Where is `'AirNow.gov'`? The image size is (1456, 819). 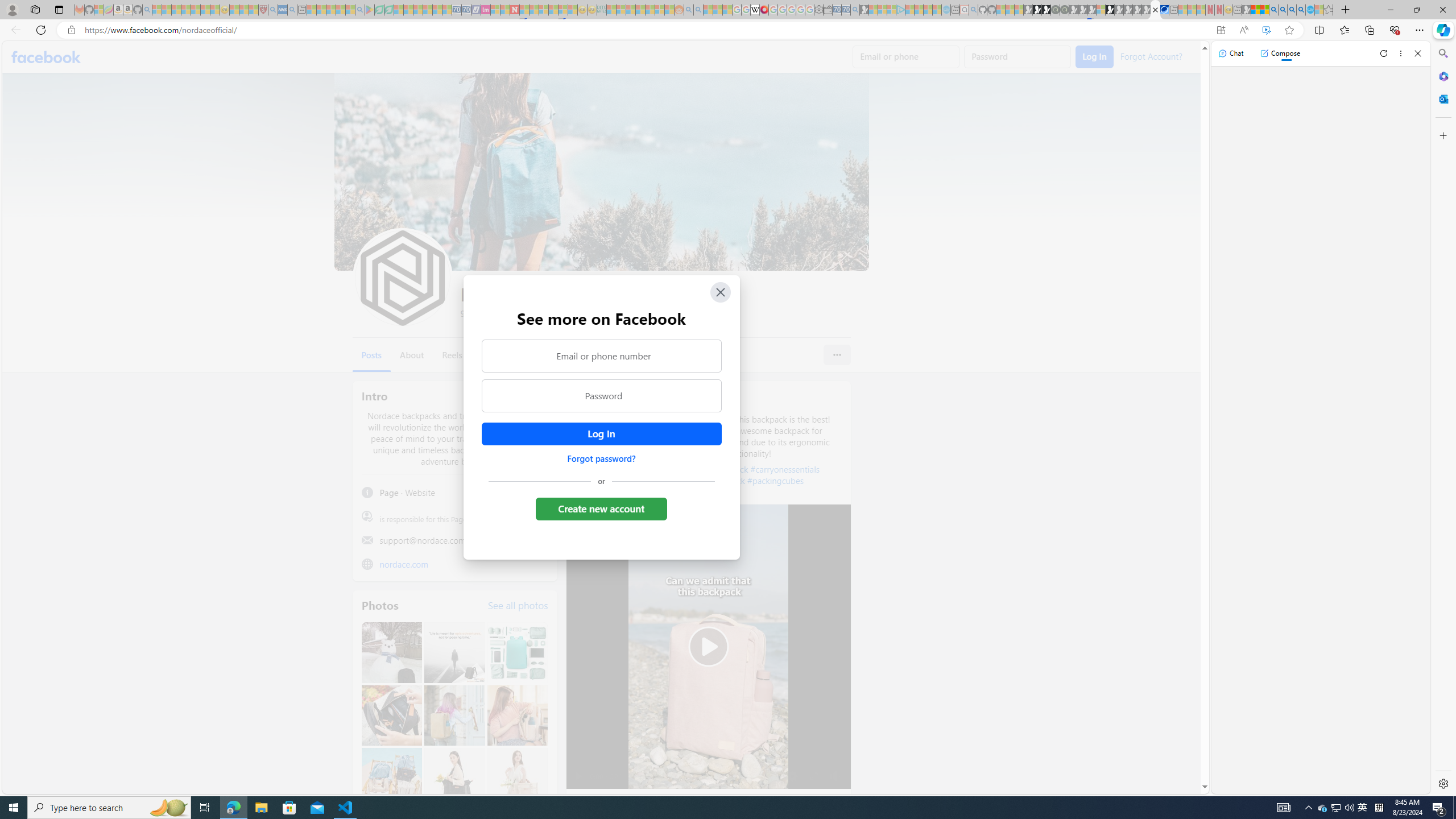
'AirNow.gov' is located at coordinates (1164, 9).